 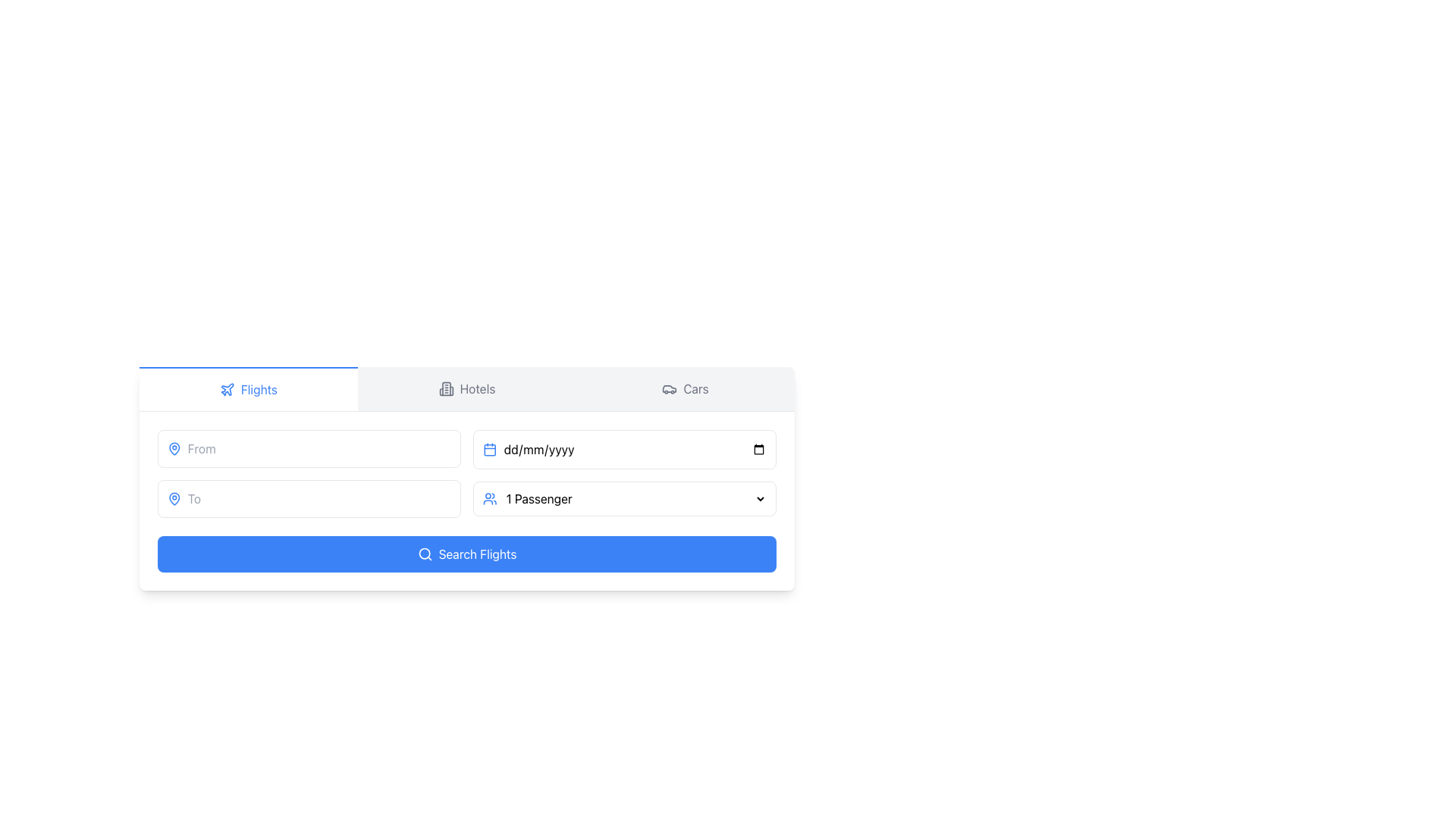 What do you see at coordinates (466, 388) in the screenshot?
I see `the 'Hotels' button, which is a selectable button labeled with a gray building icon and muted gray text, located in the second position of a horizontal navigation bar` at bounding box center [466, 388].